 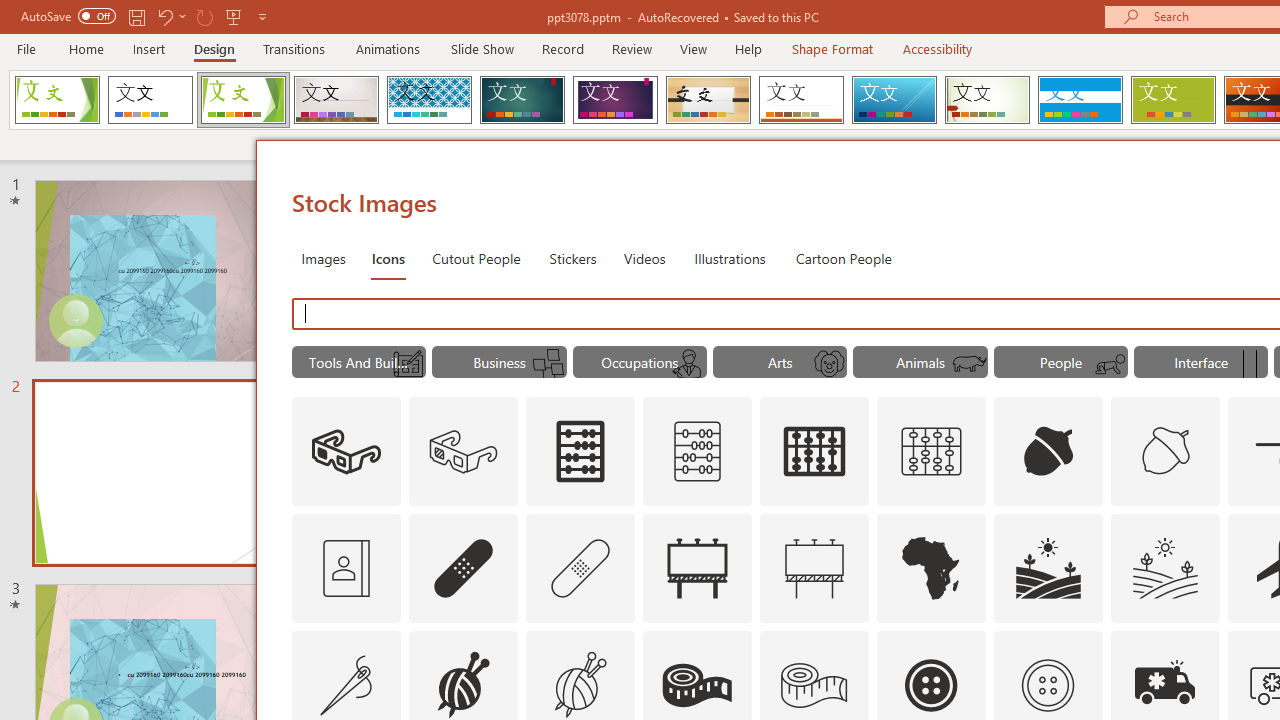 What do you see at coordinates (1166, 568) in the screenshot?
I see `'AutomationID: Icons_Agriculture_M'` at bounding box center [1166, 568].